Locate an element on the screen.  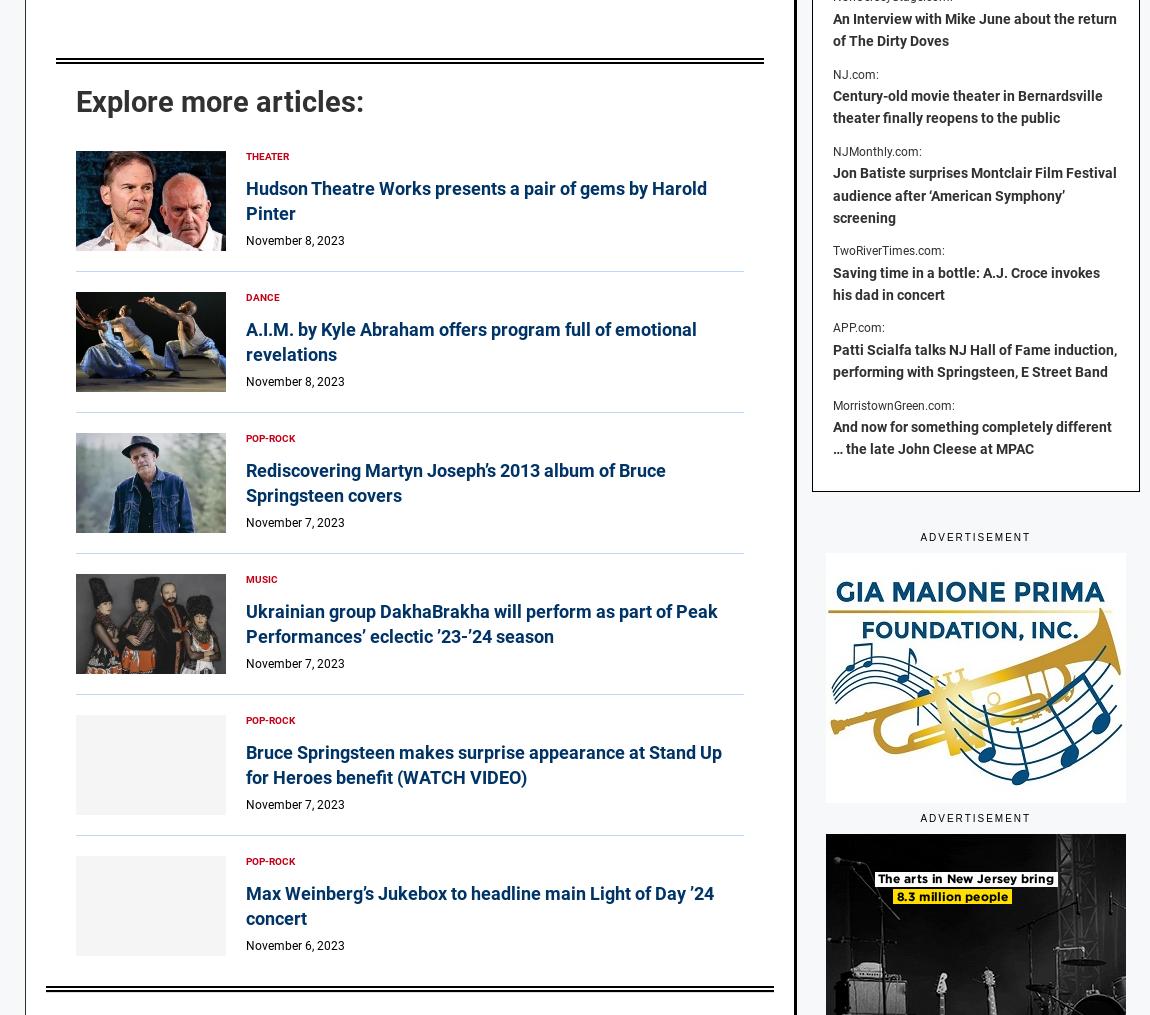
'NJ.com:' is located at coordinates (854, 72).